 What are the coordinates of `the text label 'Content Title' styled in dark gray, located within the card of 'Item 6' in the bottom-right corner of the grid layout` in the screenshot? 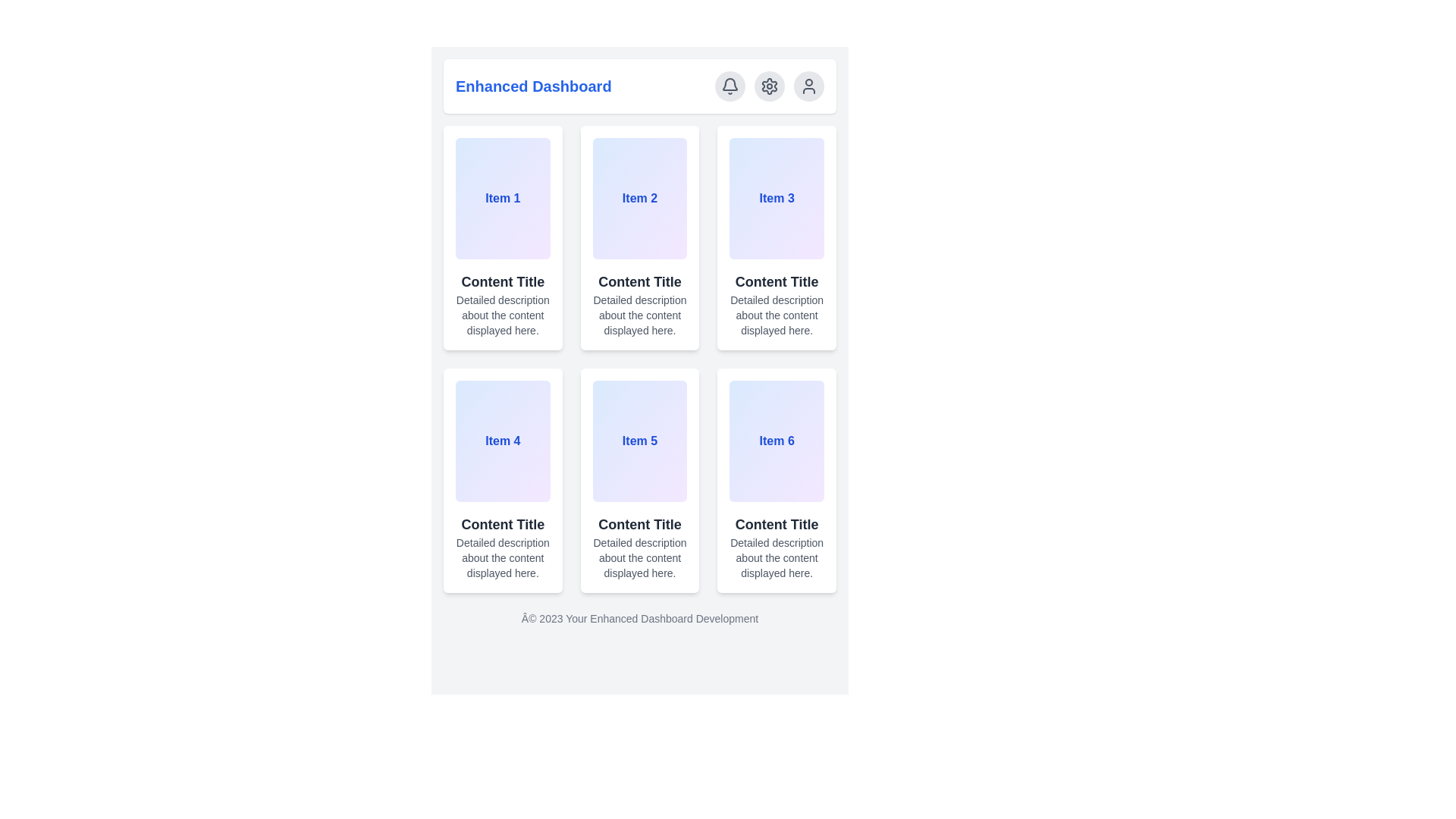 It's located at (777, 523).